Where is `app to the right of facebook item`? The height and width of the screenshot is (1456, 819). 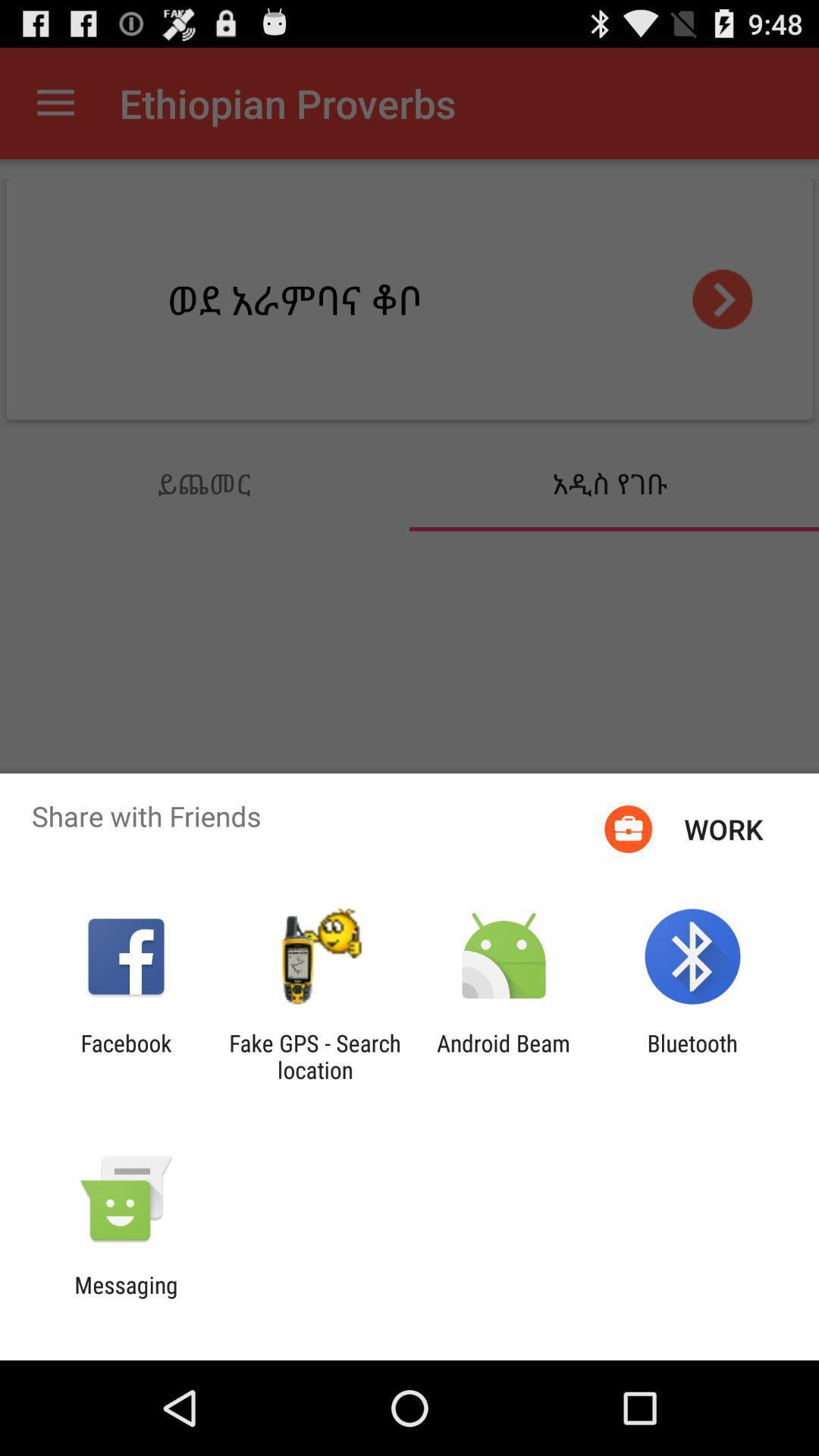 app to the right of facebook item is located at coordinates (314, 1056).